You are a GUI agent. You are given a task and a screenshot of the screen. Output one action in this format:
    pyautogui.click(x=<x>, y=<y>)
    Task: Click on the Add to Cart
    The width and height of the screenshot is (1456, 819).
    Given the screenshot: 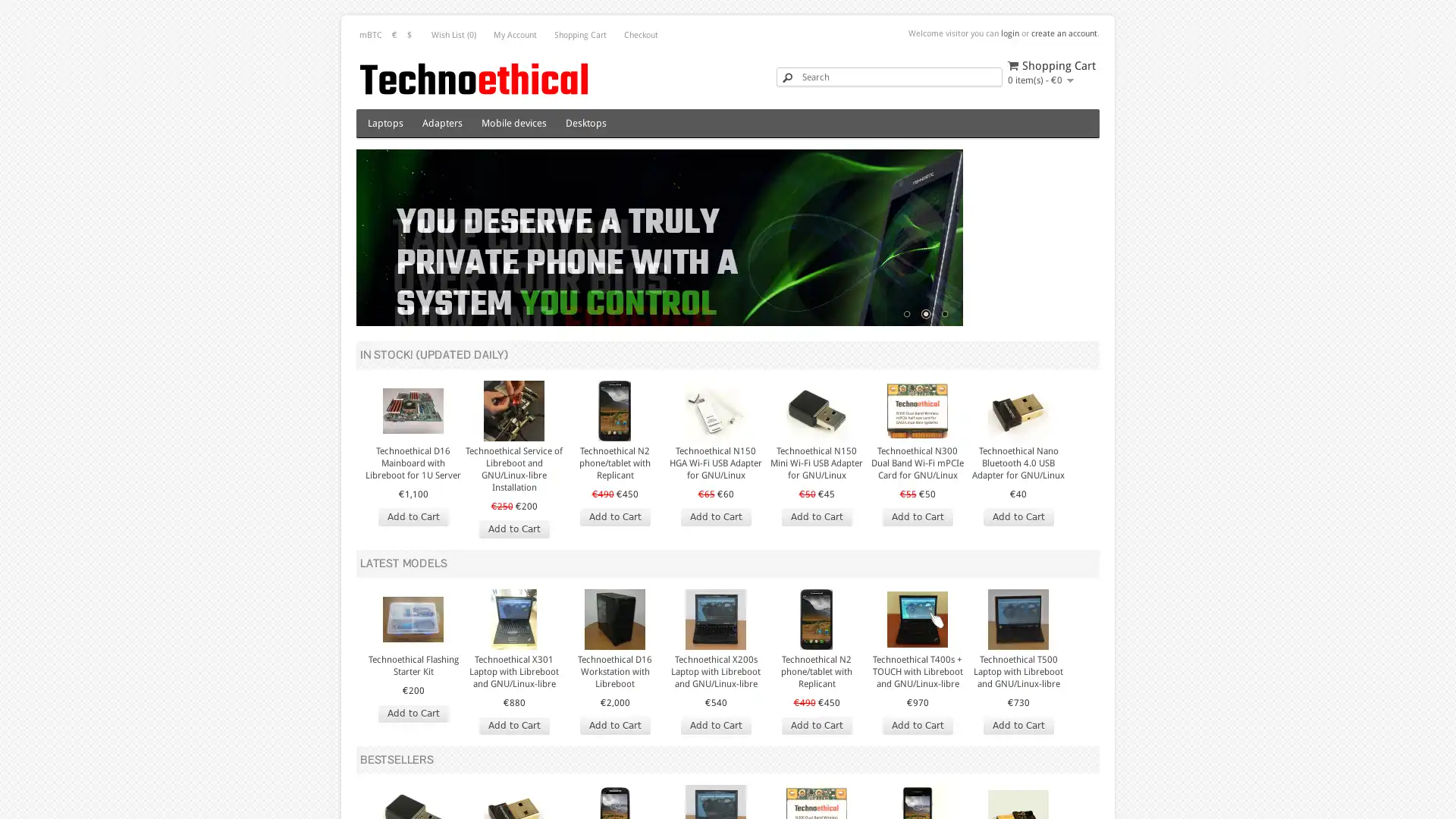 What is the action you would take?
    pyautogui.click(x=1018, y=567)
    